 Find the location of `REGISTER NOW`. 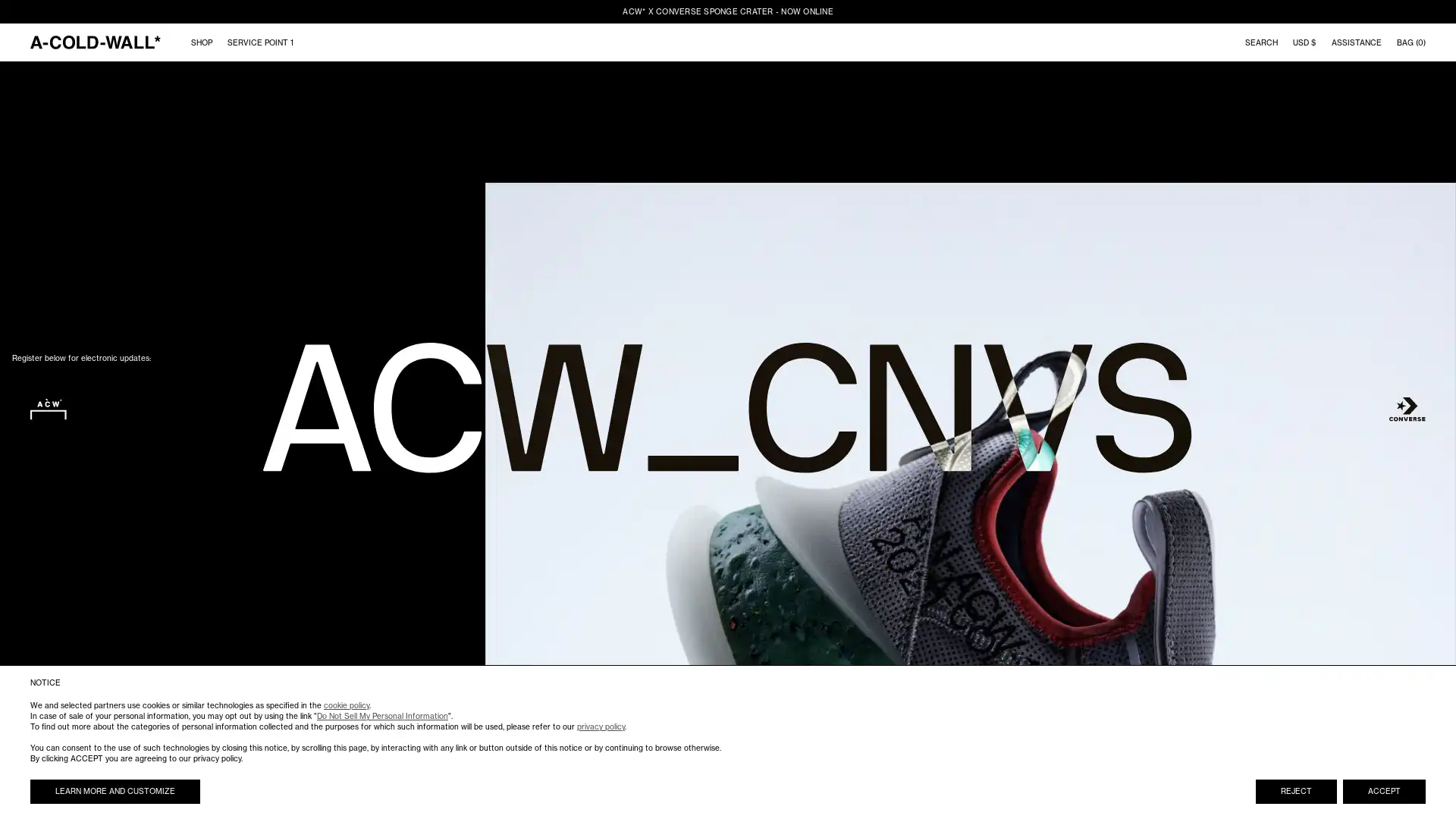

REGISTER NOW is located at coordinates (182, 533).